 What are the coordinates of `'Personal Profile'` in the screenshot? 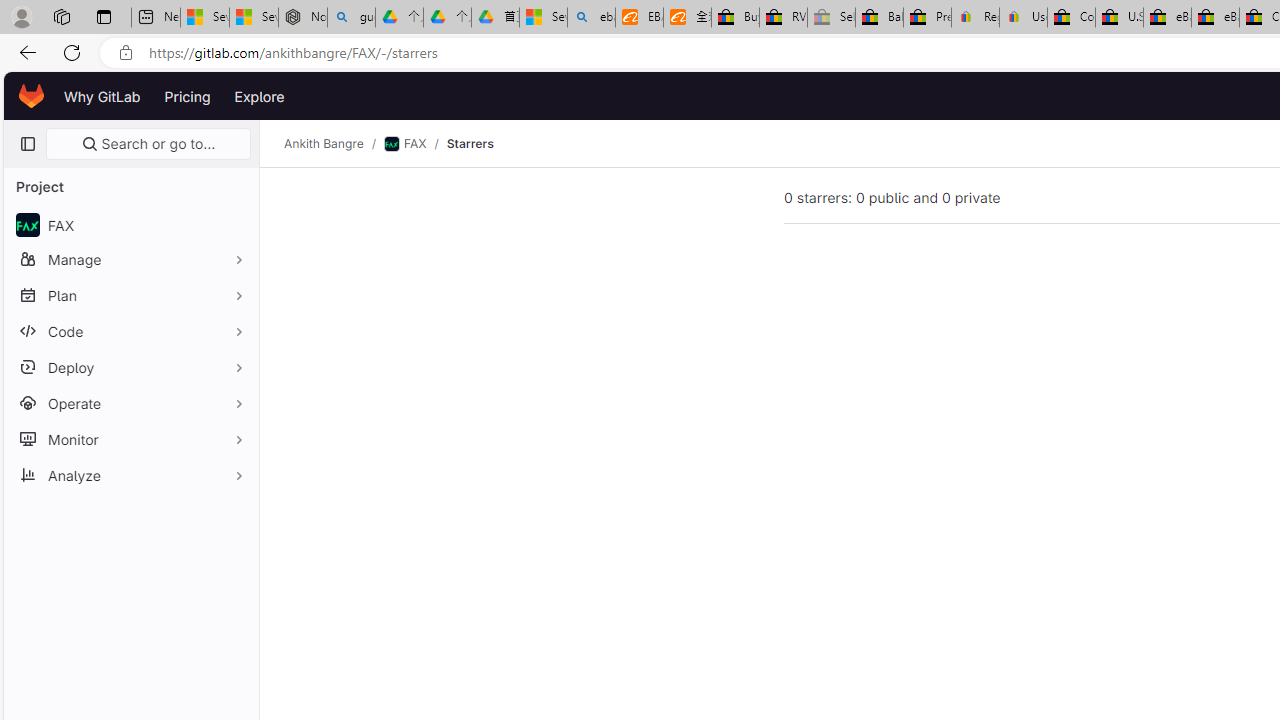 It's located at (21, 16).